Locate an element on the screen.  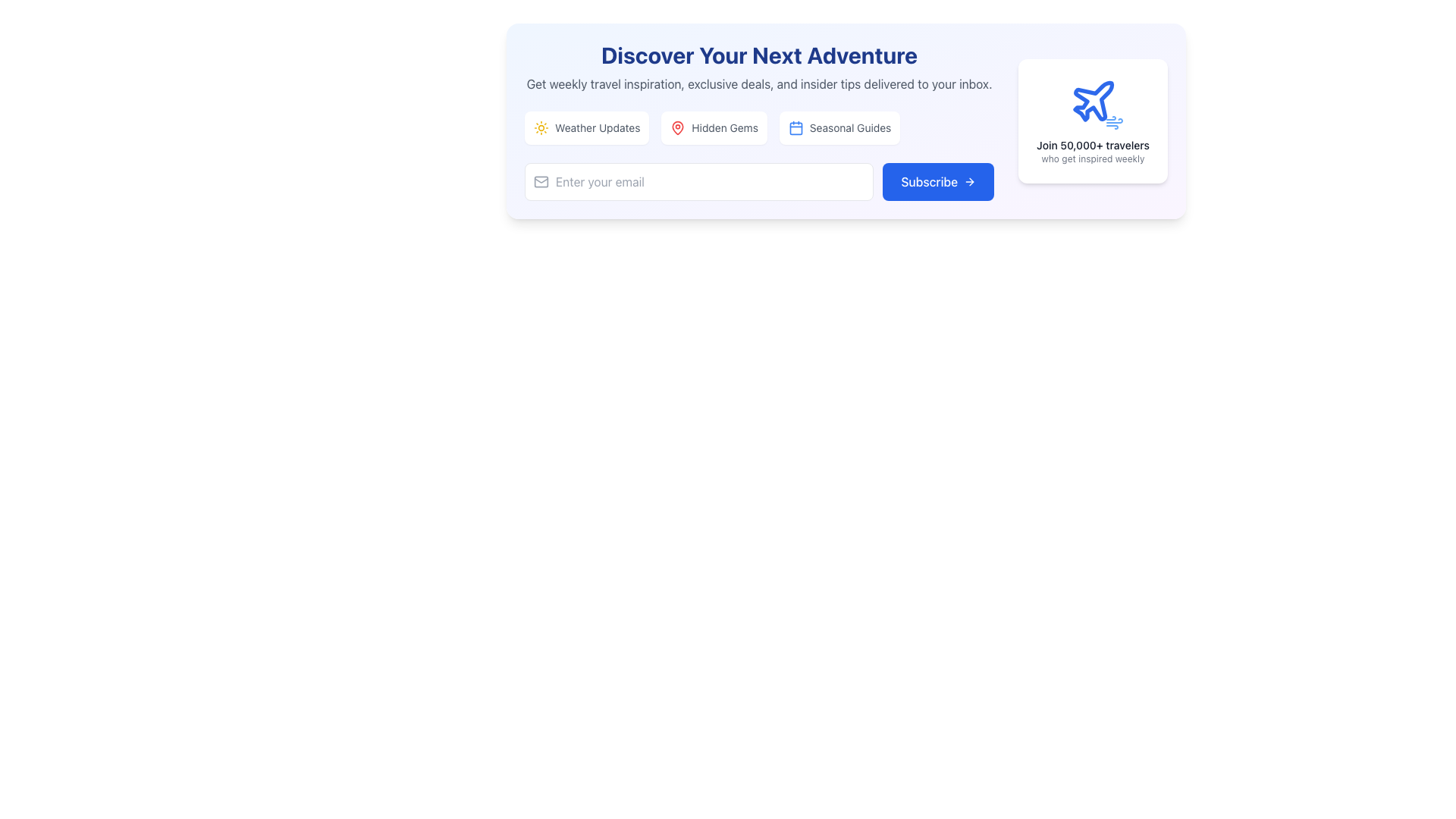
the static text element that reads 'Get weekly travel inspiration, exclusive deals, and insider tips delivered to your inbox.', positioned below the heading 'Discover Your Next Adventure' is located at coordinates (759, 84).